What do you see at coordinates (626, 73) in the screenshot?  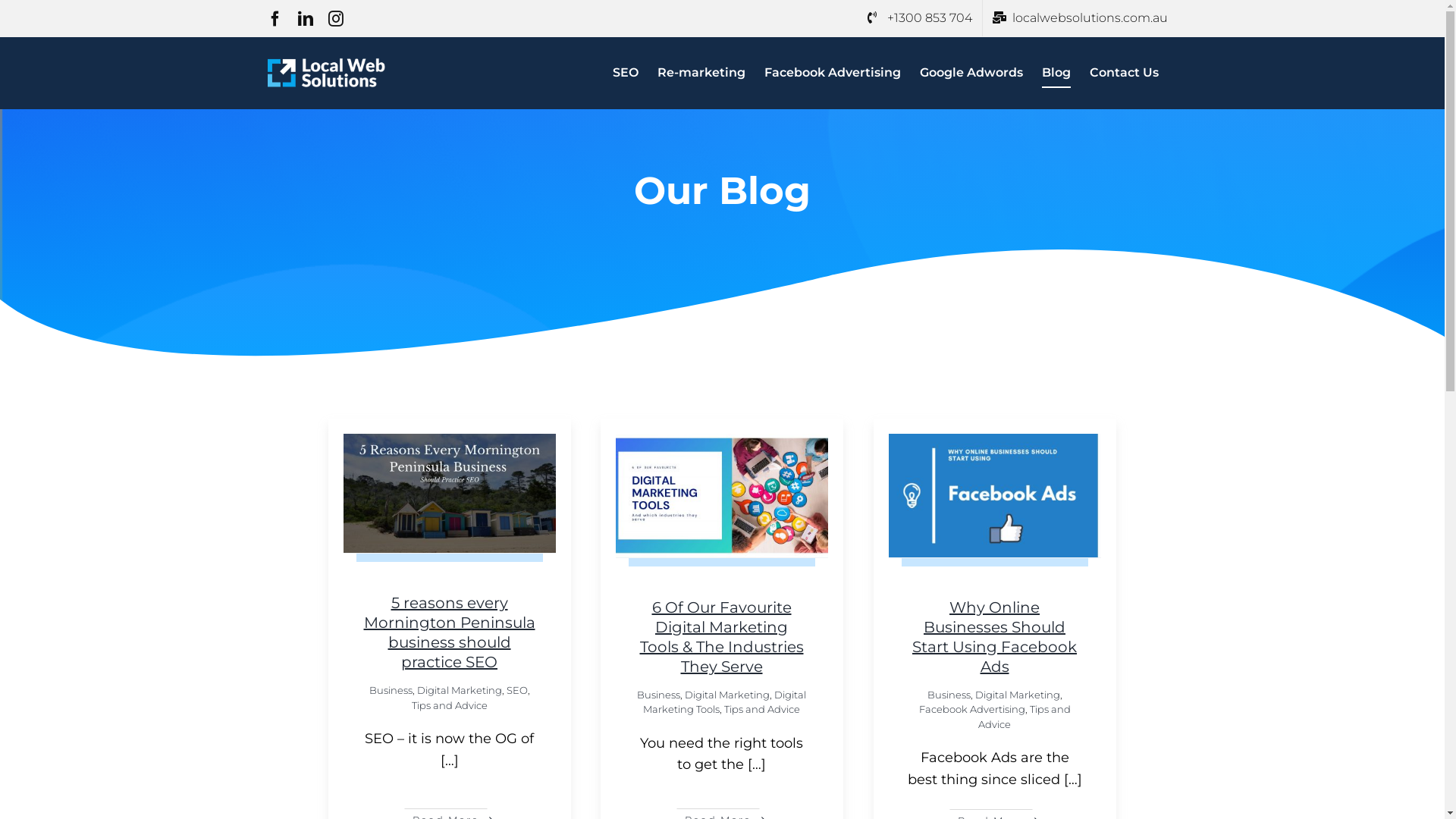 I see `'SEO'` at bounding box center [626, 73].